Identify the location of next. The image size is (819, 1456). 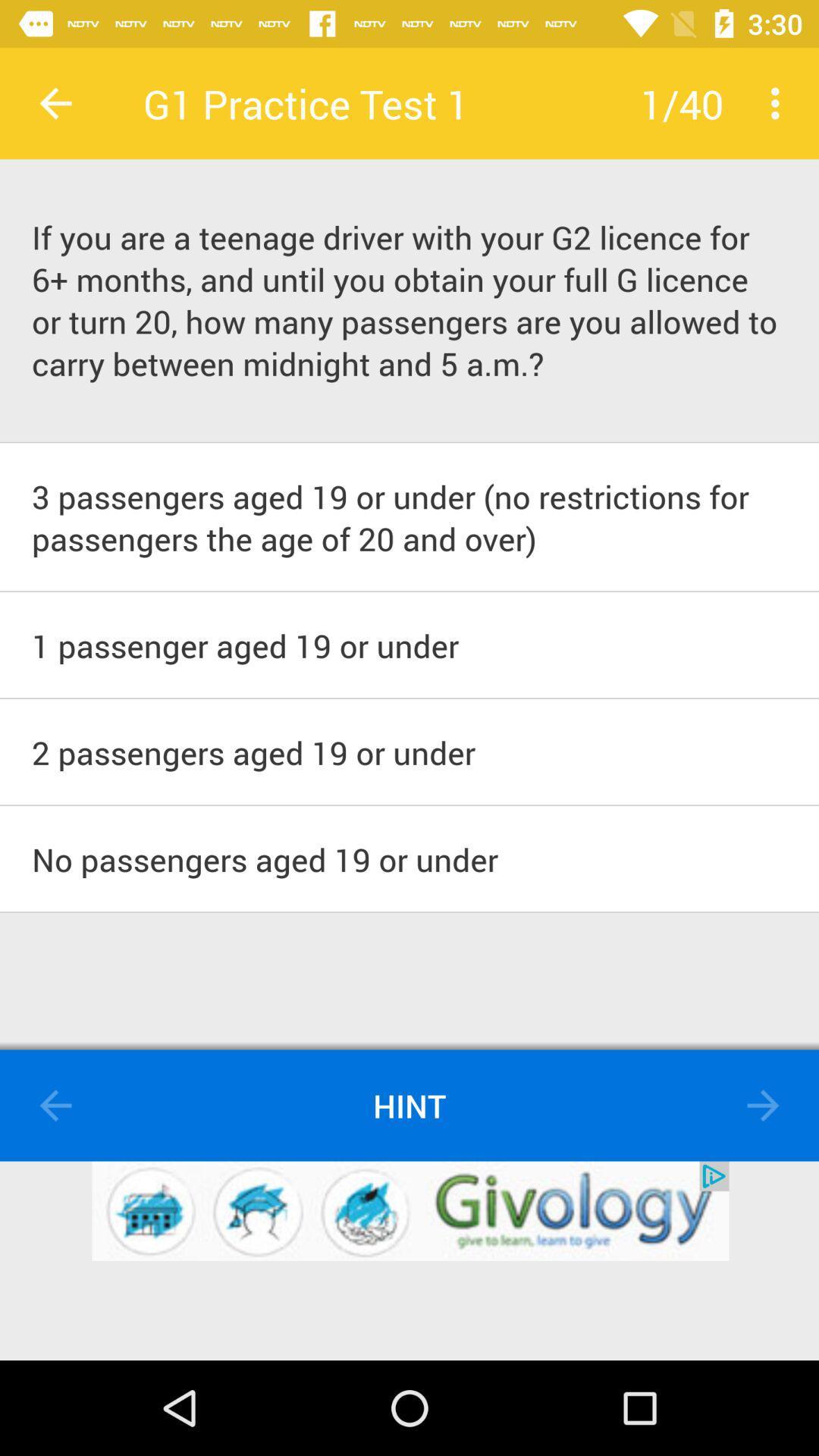
(763, 1106).